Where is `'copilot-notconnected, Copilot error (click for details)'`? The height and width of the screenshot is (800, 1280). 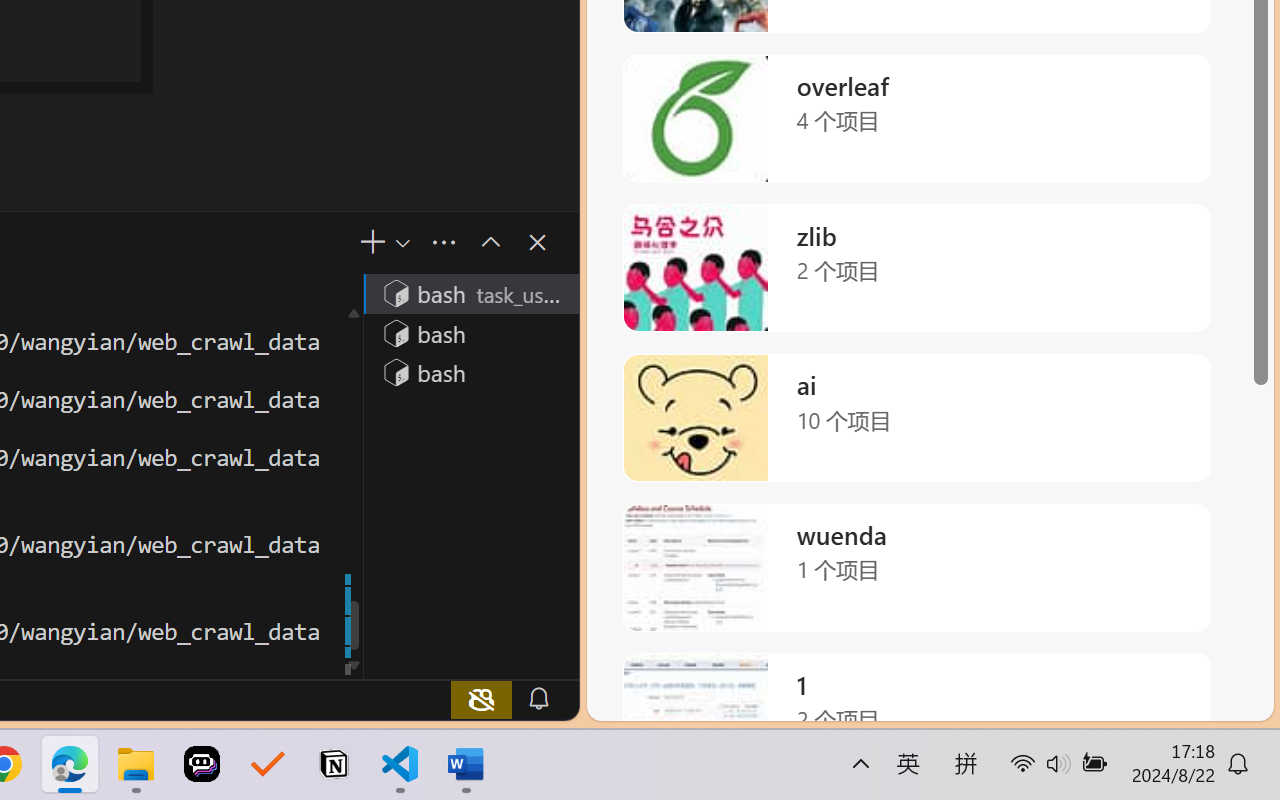 'copilot-notconnected, Copilot error (click for details)' is located at coordinates (481, 698).